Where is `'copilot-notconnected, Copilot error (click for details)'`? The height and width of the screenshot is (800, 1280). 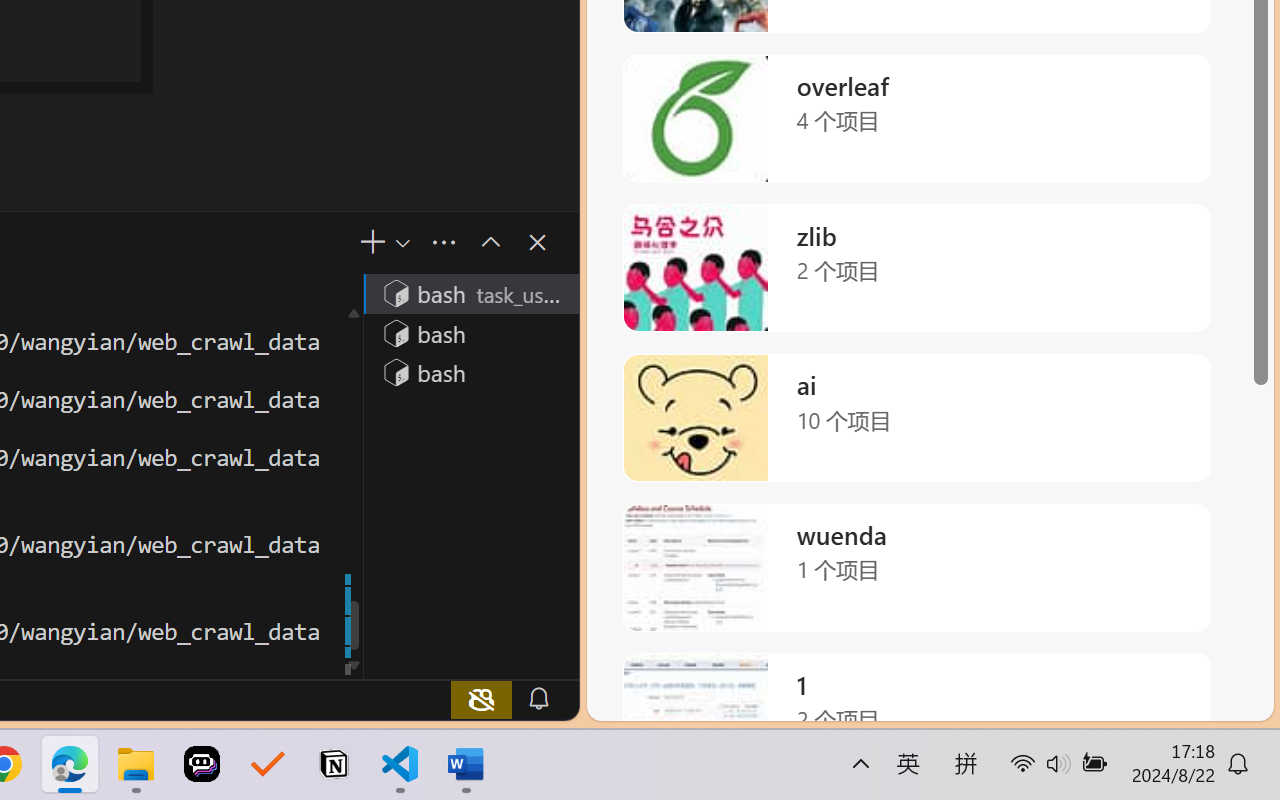 'copilot-notconnected, Copilot error (click for details)' is located at coordinates (481, 698).